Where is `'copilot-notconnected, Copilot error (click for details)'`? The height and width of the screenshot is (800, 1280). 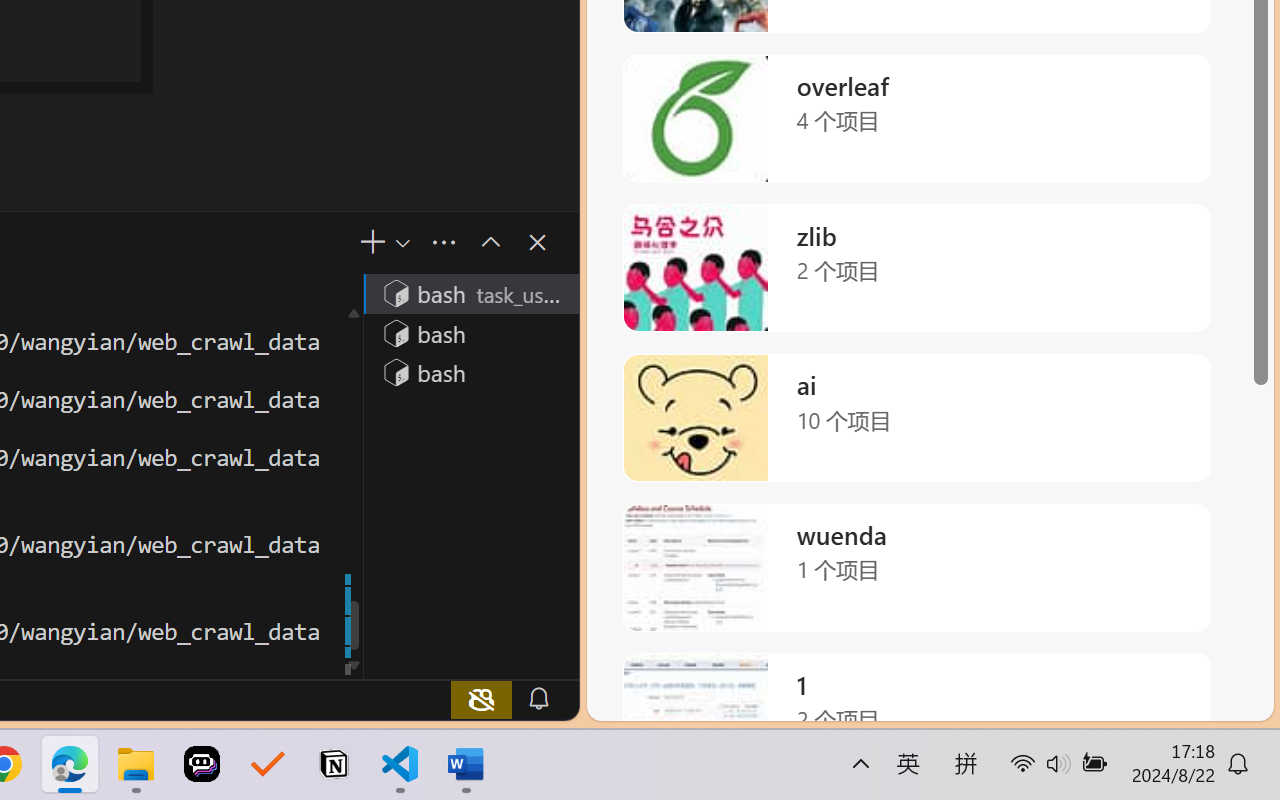 'copilot-notconnected, Copilot error (click for details)' is located at coordinates (481, 698).